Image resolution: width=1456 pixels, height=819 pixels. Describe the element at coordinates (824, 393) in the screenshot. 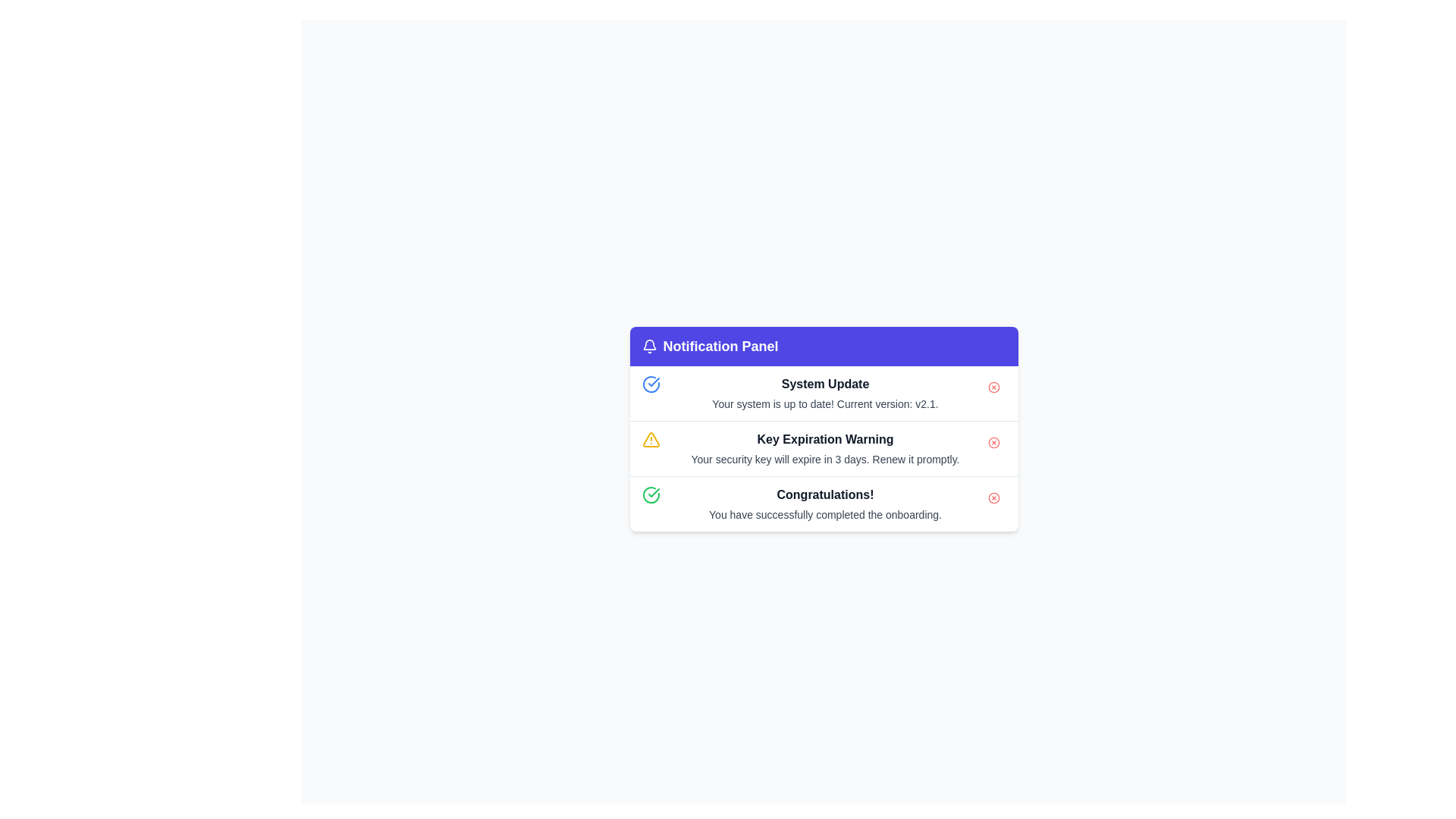

I see `the 'System Update' text section which displays the message 'Your system is up to date! Current version: v2.1.' in a notification card` at that location.